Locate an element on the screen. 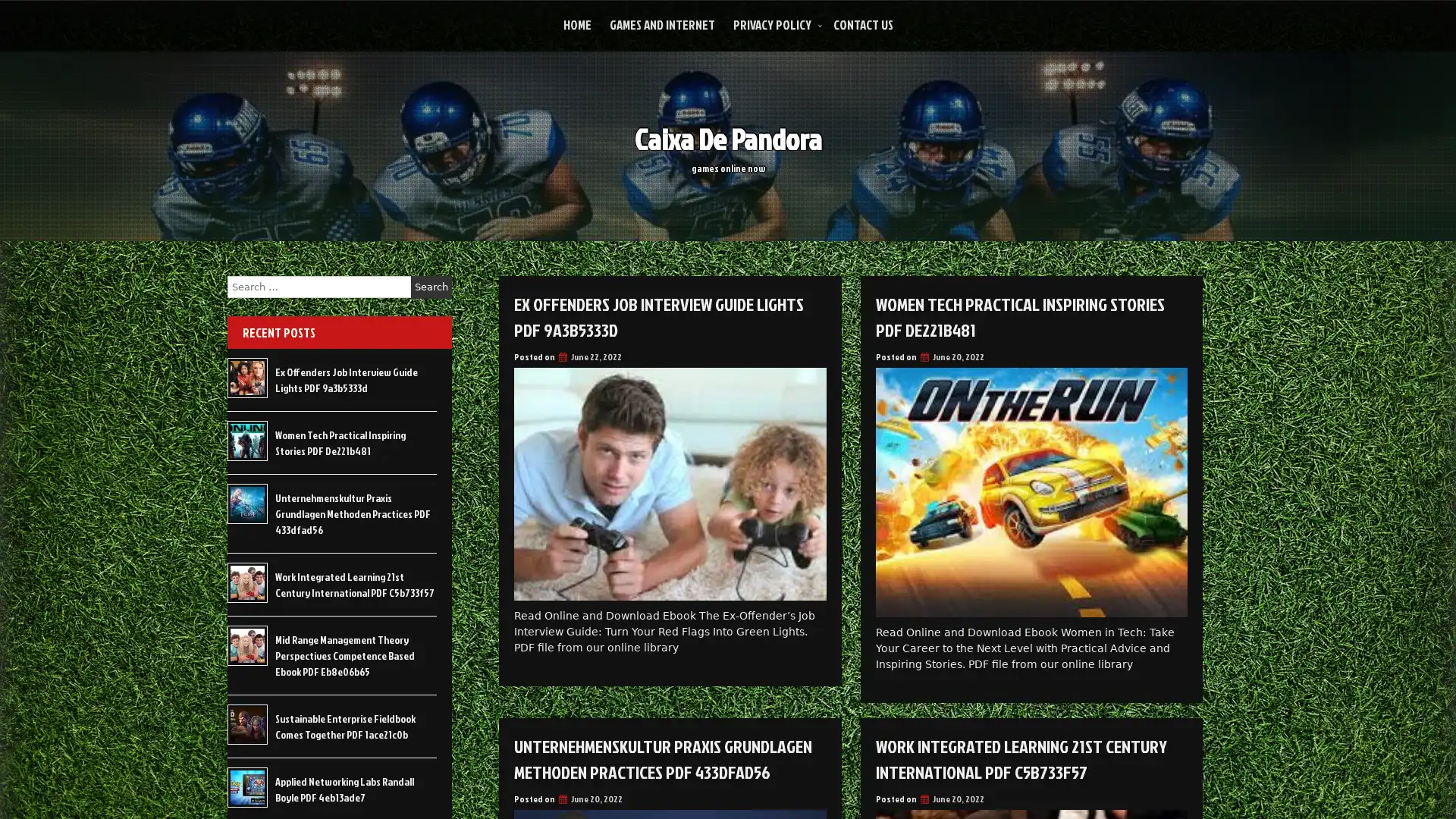  Search is located at coordinates (431, 287).